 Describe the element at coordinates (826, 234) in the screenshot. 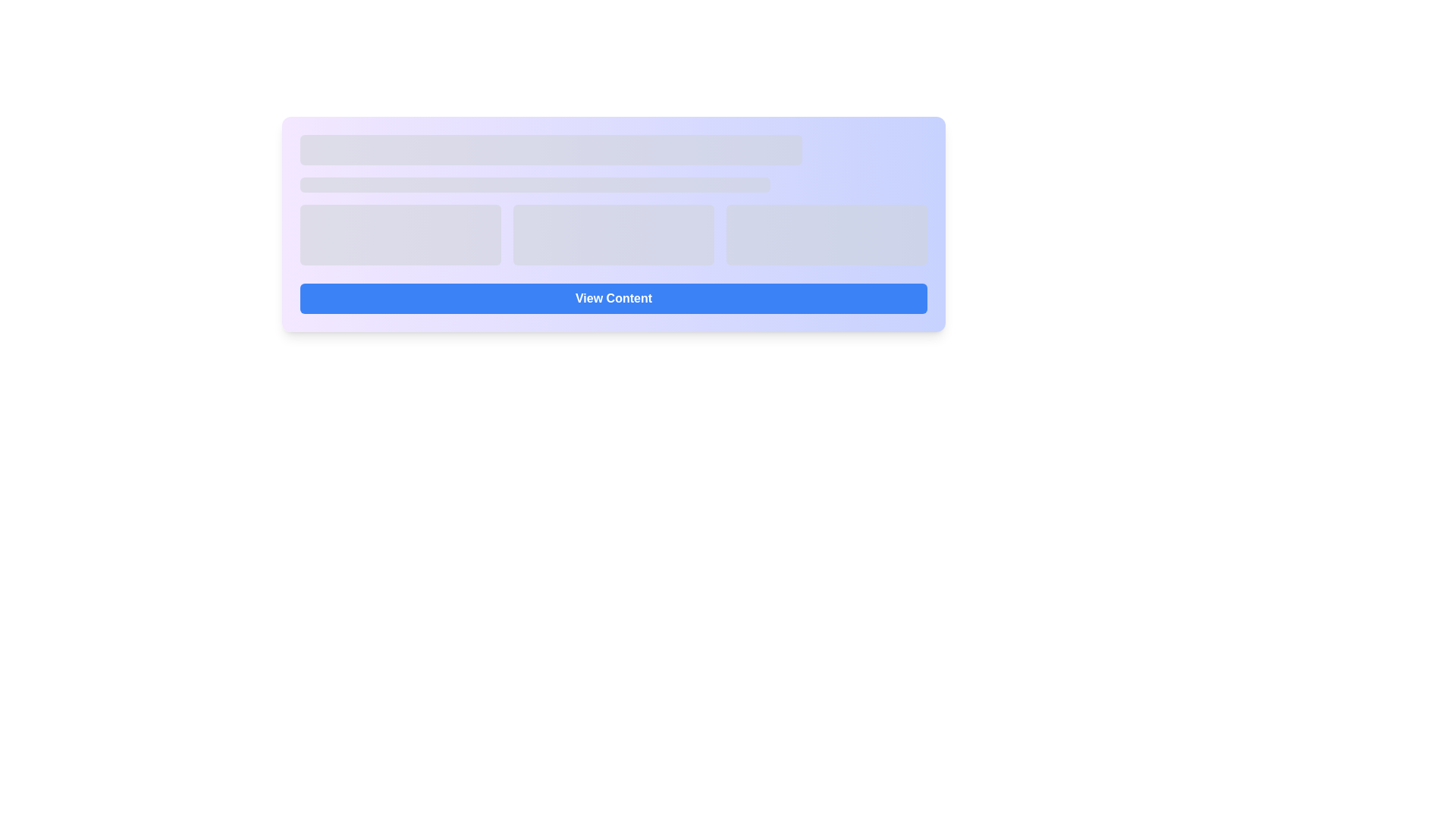

I see `the Placeholder element located in the third column of the grid layout, which serves as a dynamic content placeholder` at that location.